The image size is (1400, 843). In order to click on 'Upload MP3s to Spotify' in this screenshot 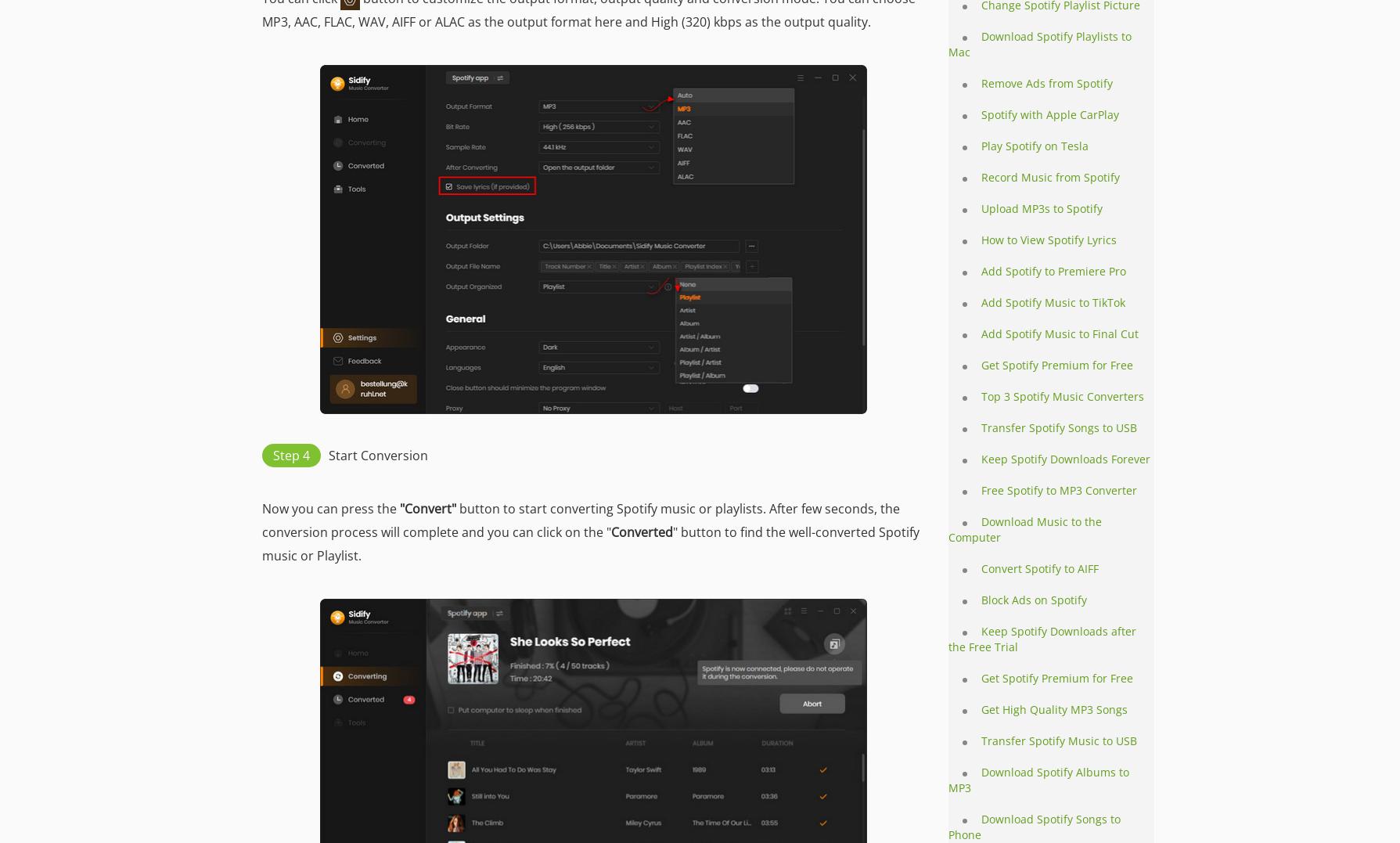, I will do `click(1042, 207)`.